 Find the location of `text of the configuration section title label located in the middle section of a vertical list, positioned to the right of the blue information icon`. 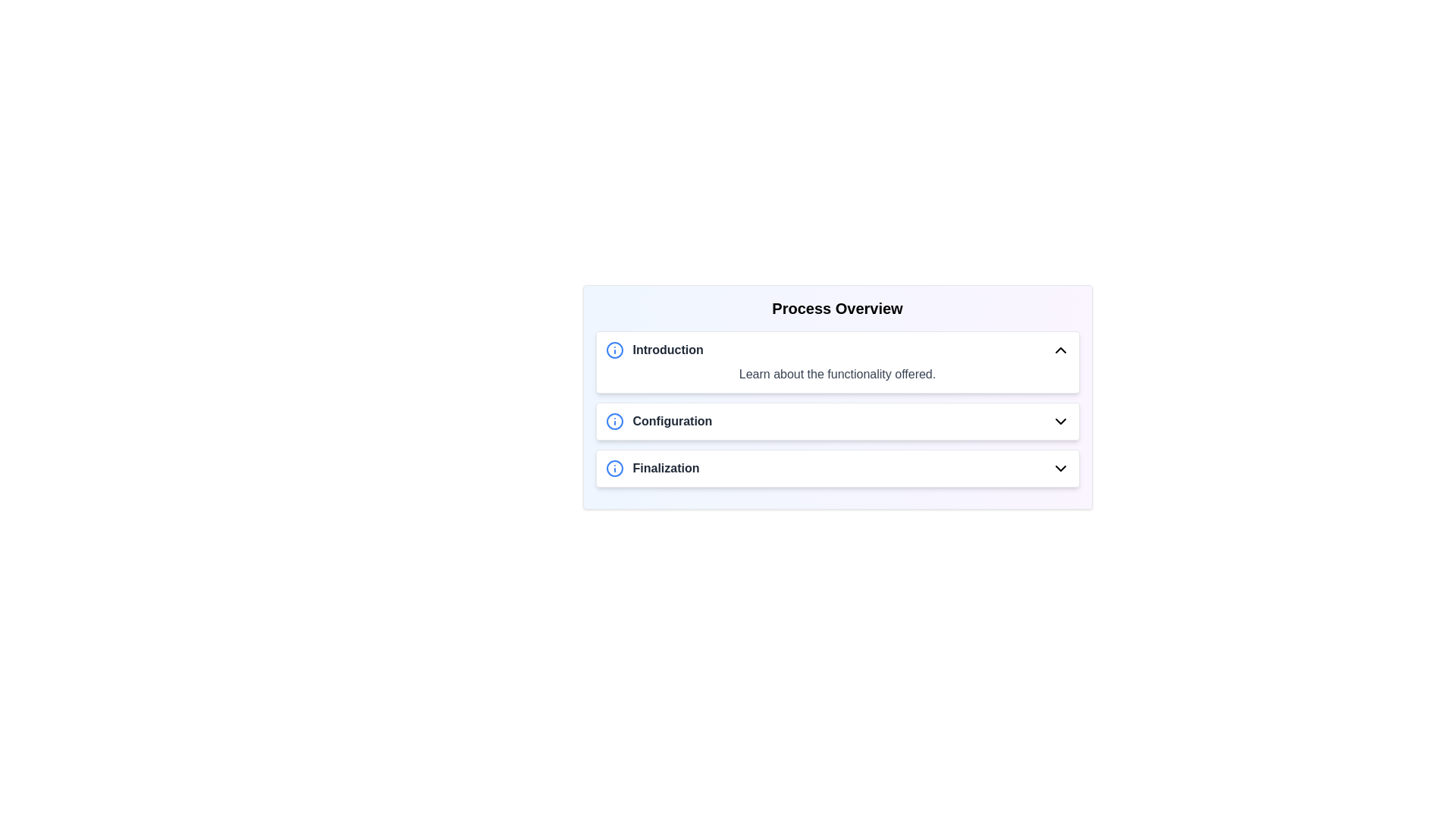

text of the configuration section title label located in the middle section of a vertical list, positioned to the right of the blue information icon is located at coordinates (658, 421).